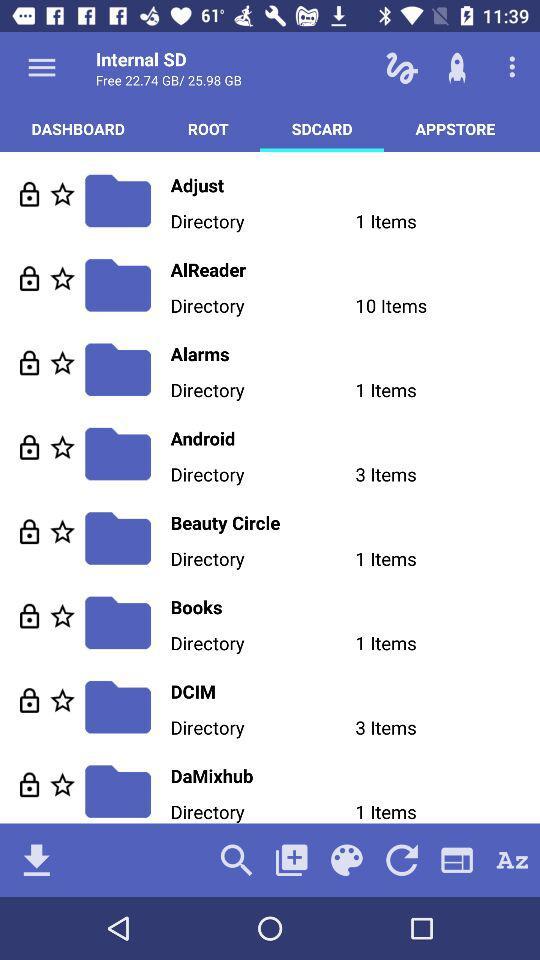 The width and height of the screenshot is (540, 960). I want to click on books, so click(354, 606).